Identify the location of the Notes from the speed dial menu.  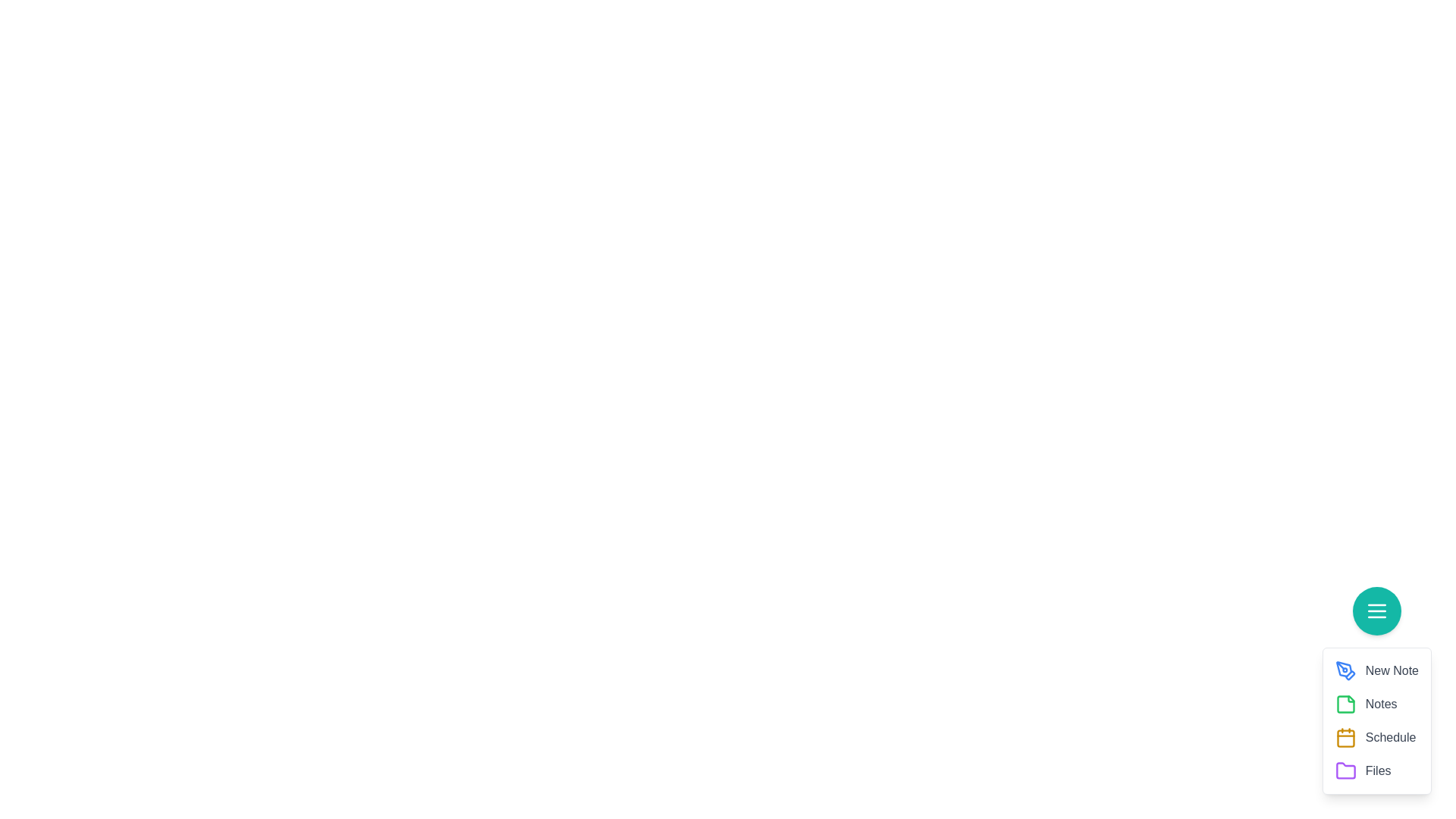
(1345, 704).